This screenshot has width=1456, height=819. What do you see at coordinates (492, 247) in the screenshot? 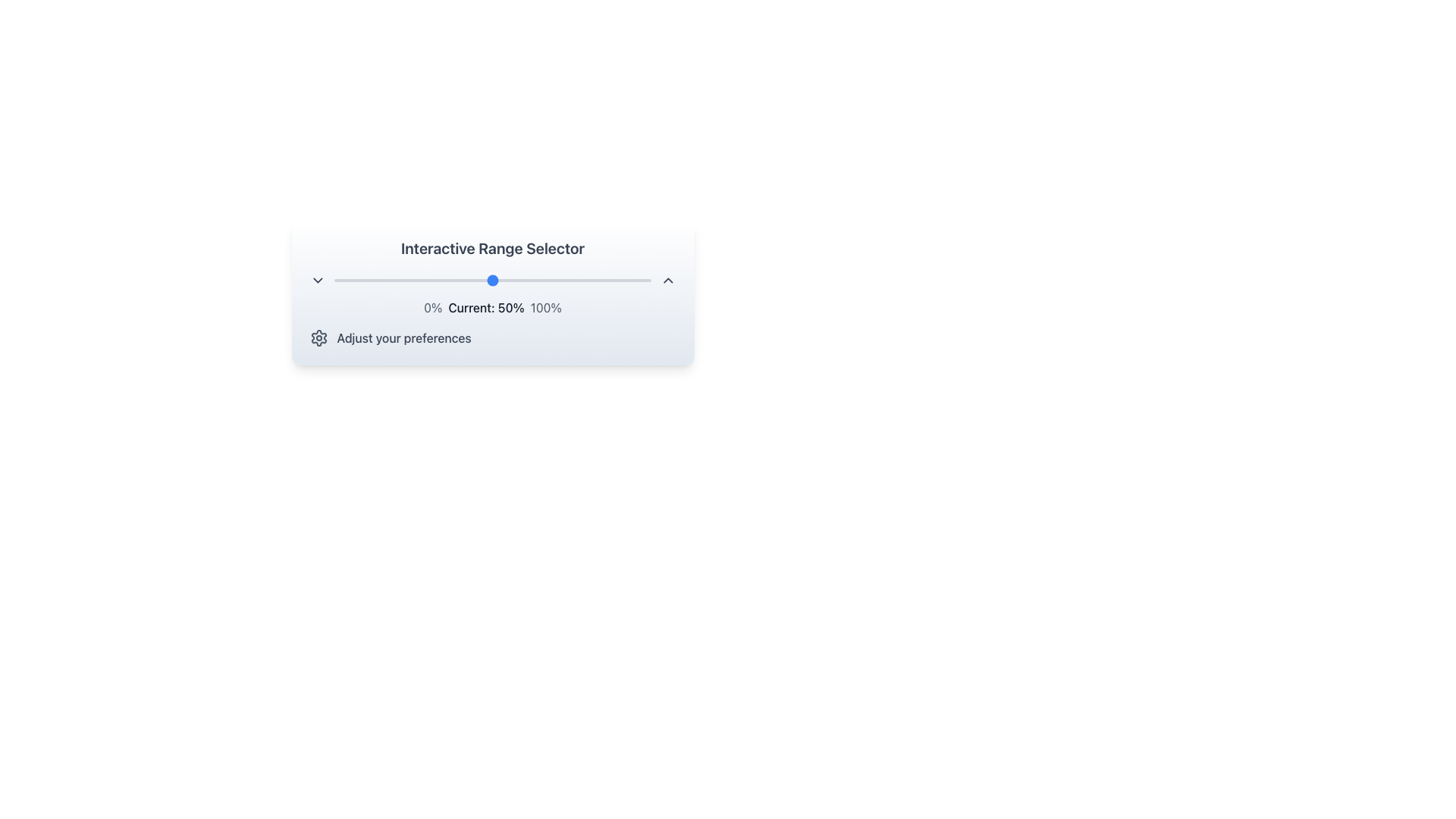
I see `the title text element located at the top of the card interface, which provides a clear description of the card's main functionality` at bounding box center [492, 247].